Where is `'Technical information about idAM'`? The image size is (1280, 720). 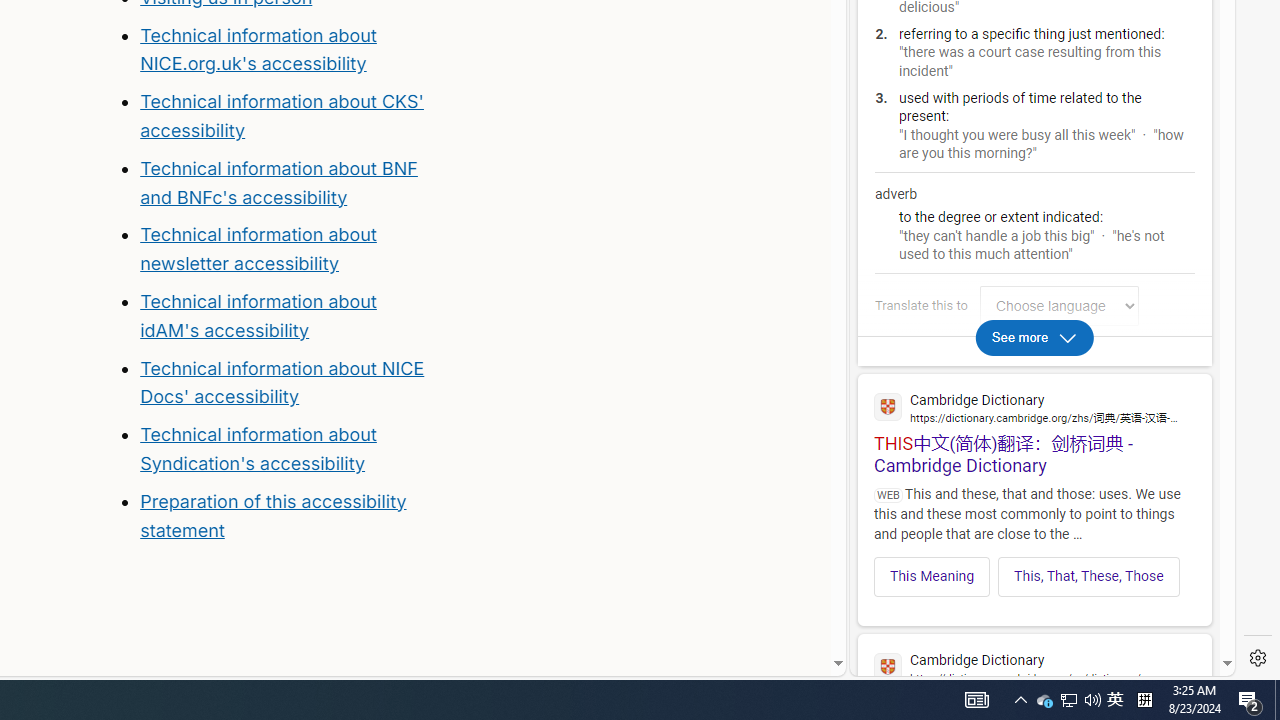 'Technical information about idAM' is located at coordinates (257, 315).